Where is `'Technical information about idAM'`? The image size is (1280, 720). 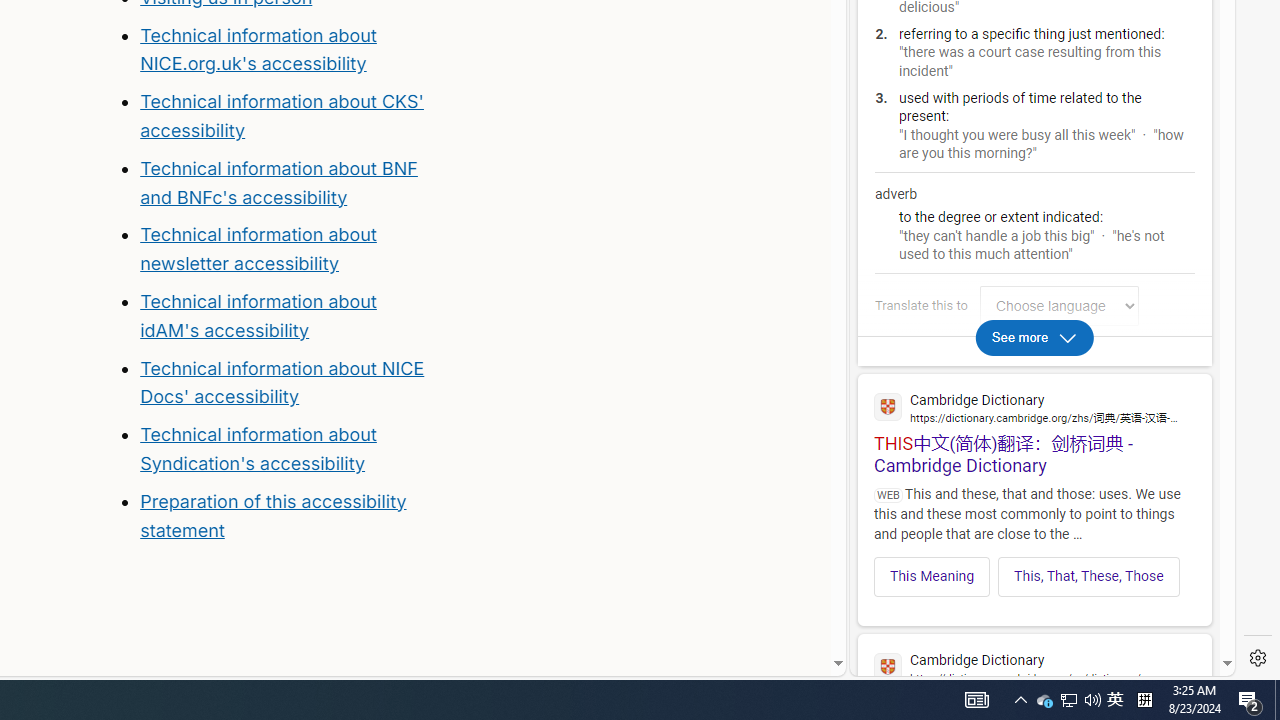 'Technical information about idAM' is located at coordinates (257, 315).